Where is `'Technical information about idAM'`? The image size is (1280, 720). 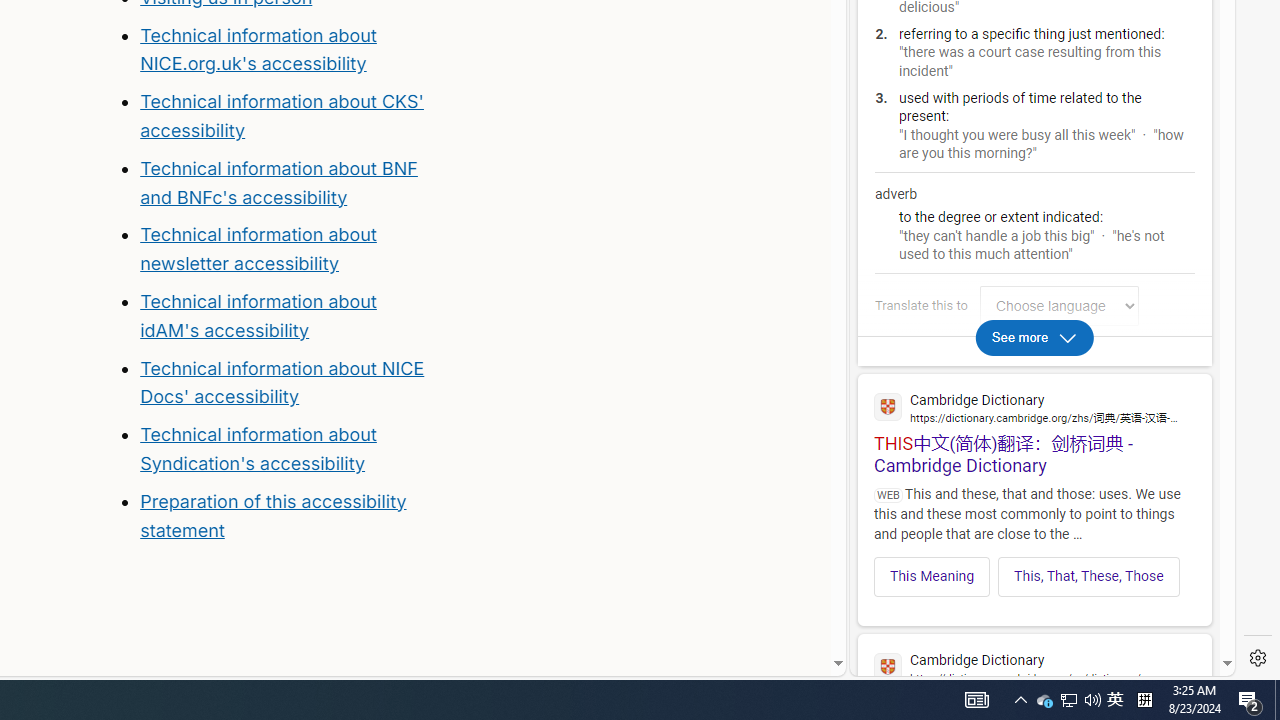 'Technical information about idAM' is located at coordinates (257, 315).